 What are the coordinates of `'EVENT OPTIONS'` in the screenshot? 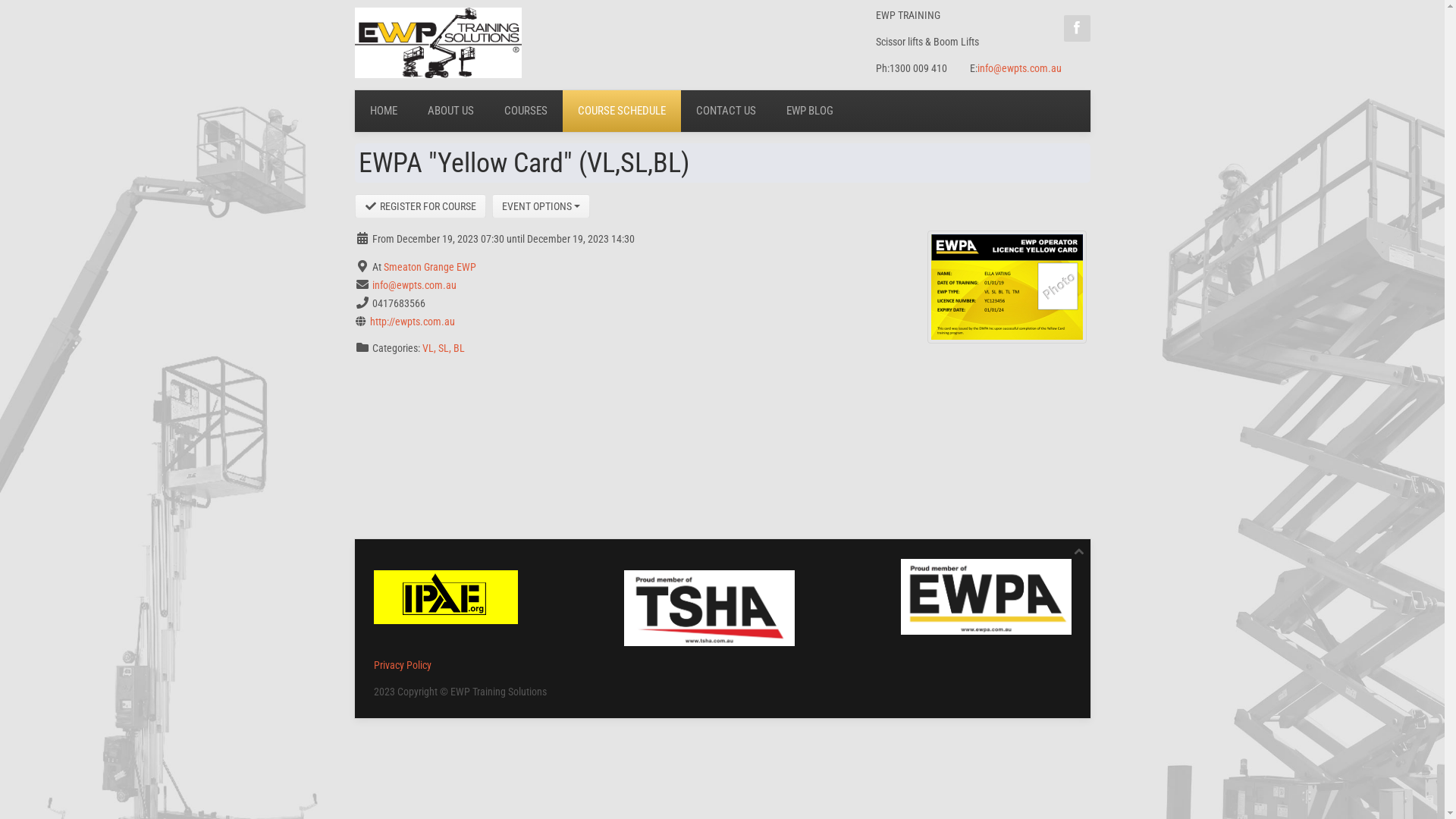 It's located at (491, 206).